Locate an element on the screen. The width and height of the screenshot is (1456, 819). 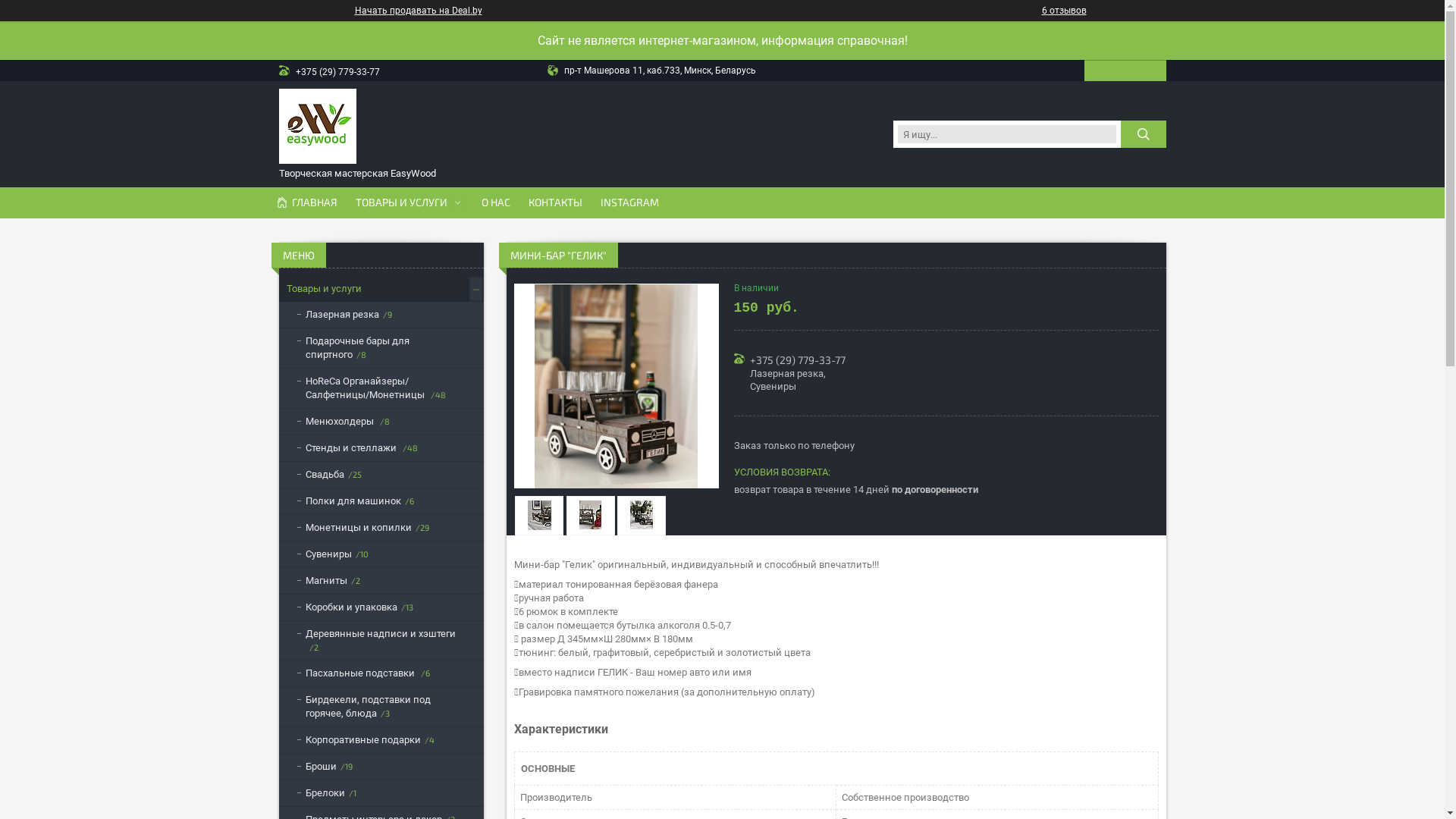
'INSTAGRAM' is located at coordinates (629, 201).